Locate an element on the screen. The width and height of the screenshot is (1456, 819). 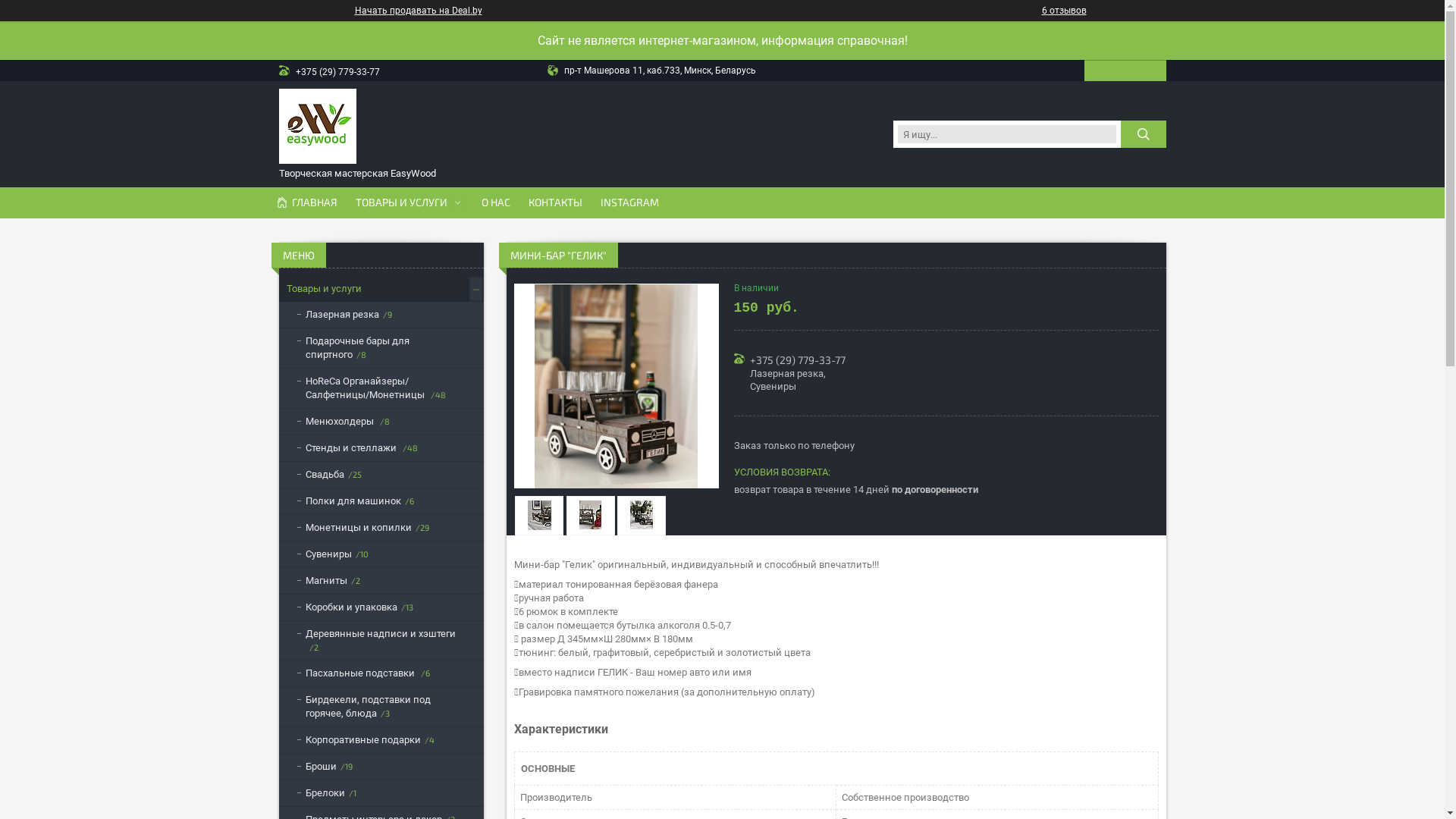
'INSTAGRAM' is located at coordinates (629, 201).